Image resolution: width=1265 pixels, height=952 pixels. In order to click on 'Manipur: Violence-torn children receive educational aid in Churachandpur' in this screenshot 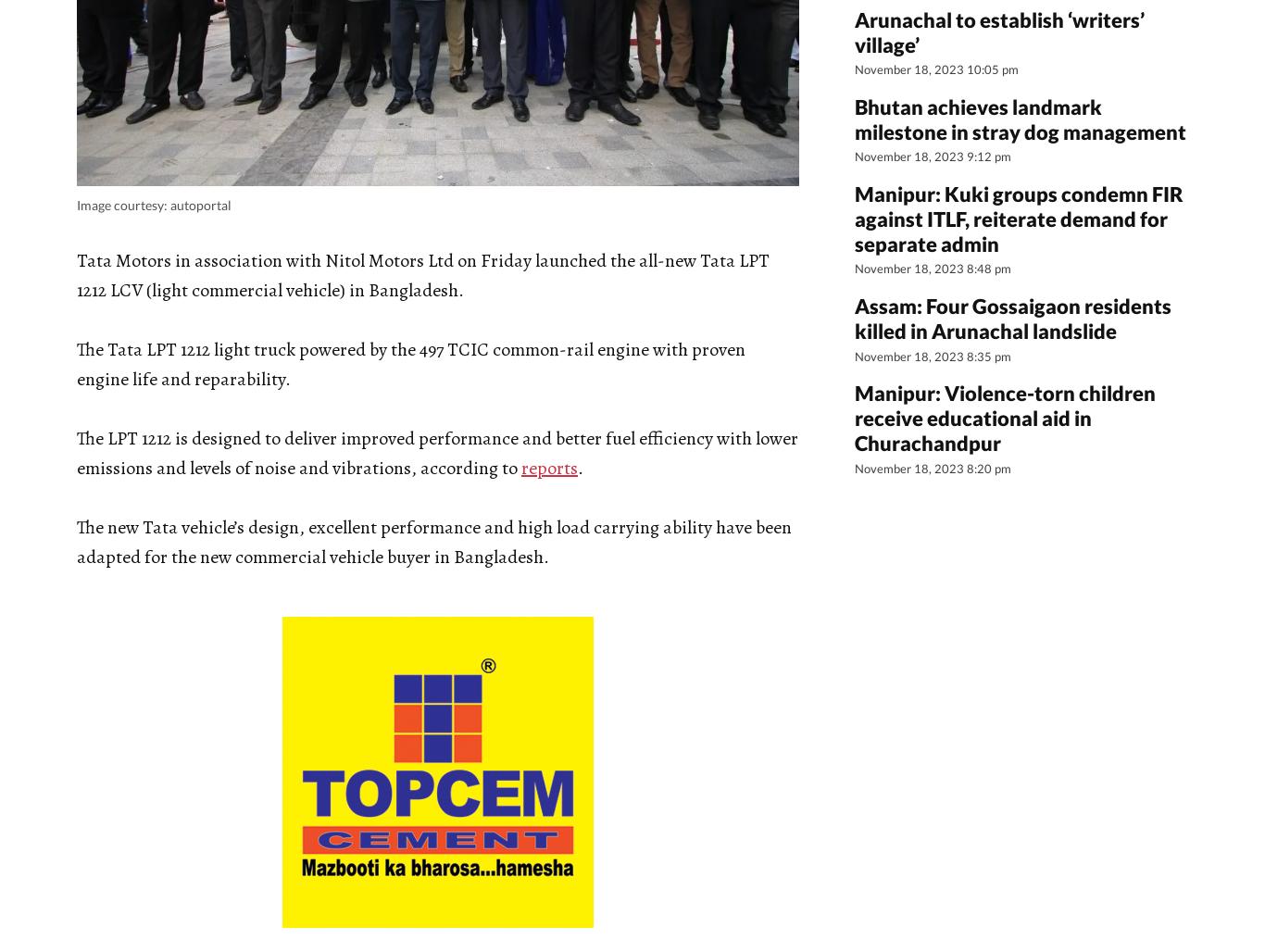, I will do `click(1004, 417)`.